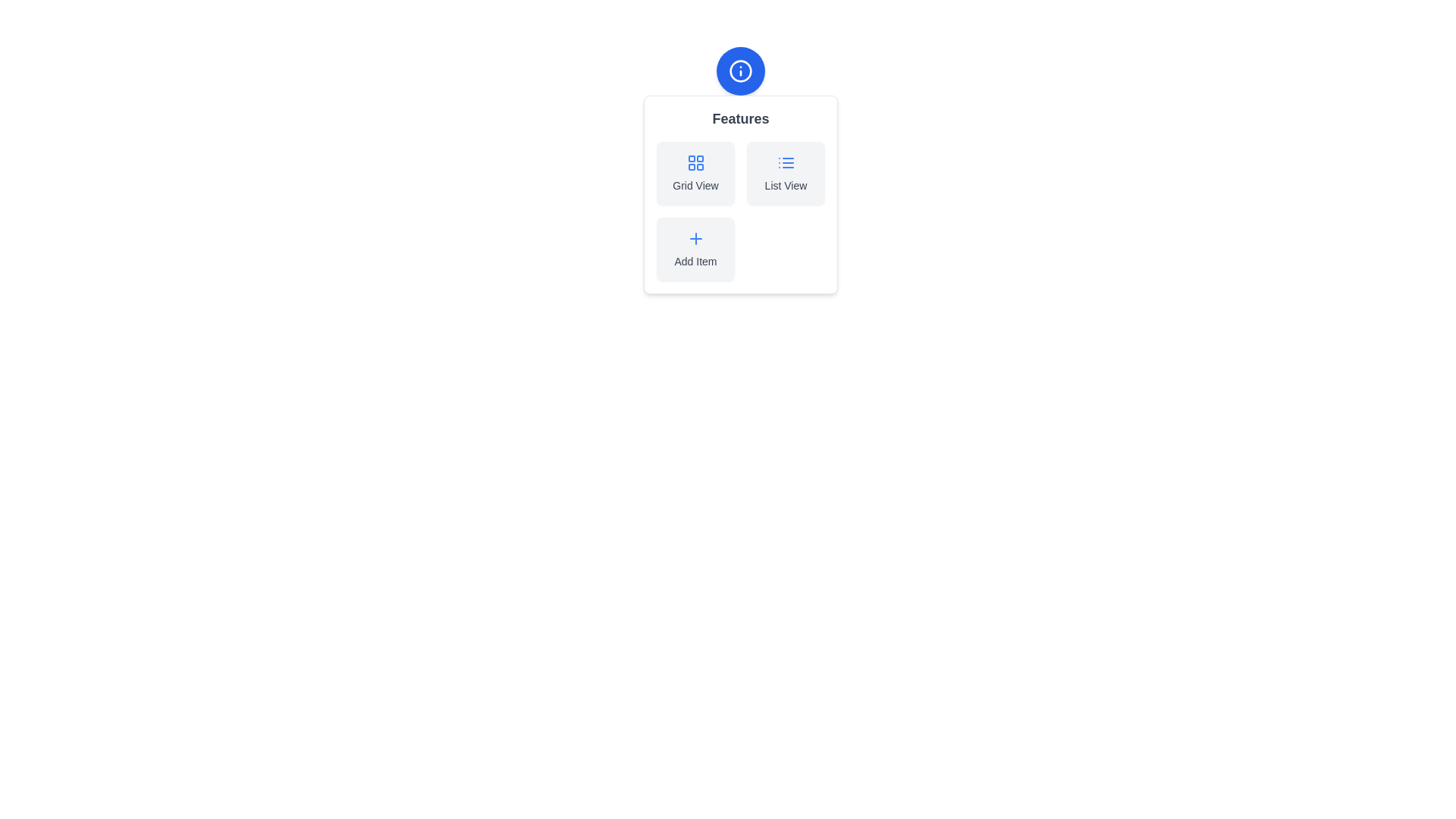  Describe the element at coordinates (741, 118) in the screenshot. I see `the text label displaying 'Features', which is styled in gray with a bold font and serves as the header for the options like 'Grid View', 'List View', and 'Add Item'` at that location.